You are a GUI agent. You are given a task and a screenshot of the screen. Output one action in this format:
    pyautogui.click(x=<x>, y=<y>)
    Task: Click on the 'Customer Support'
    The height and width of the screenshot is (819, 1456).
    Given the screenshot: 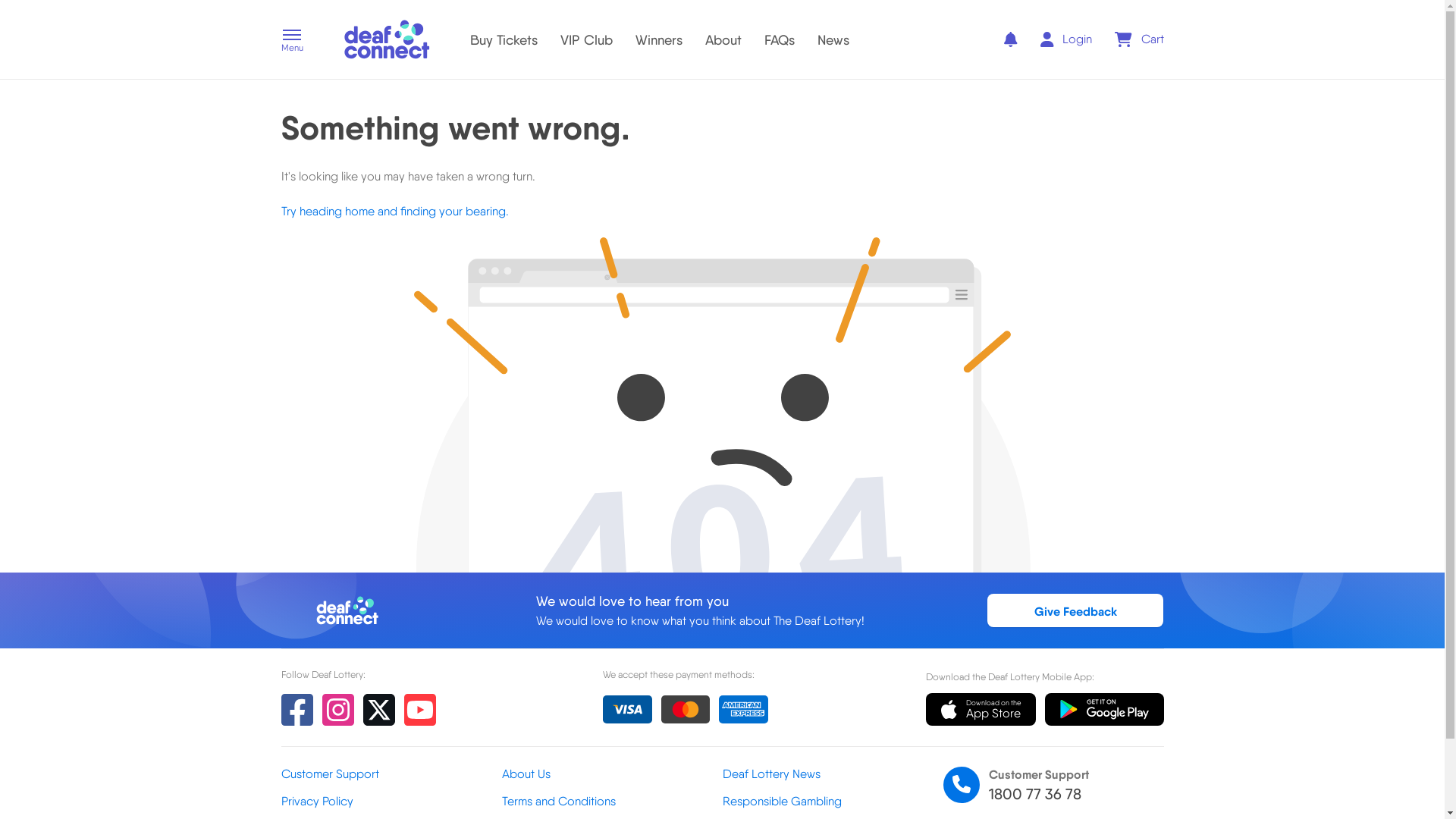 What is the action you would take?
    pyautogui.click(x=391, y=774)
    